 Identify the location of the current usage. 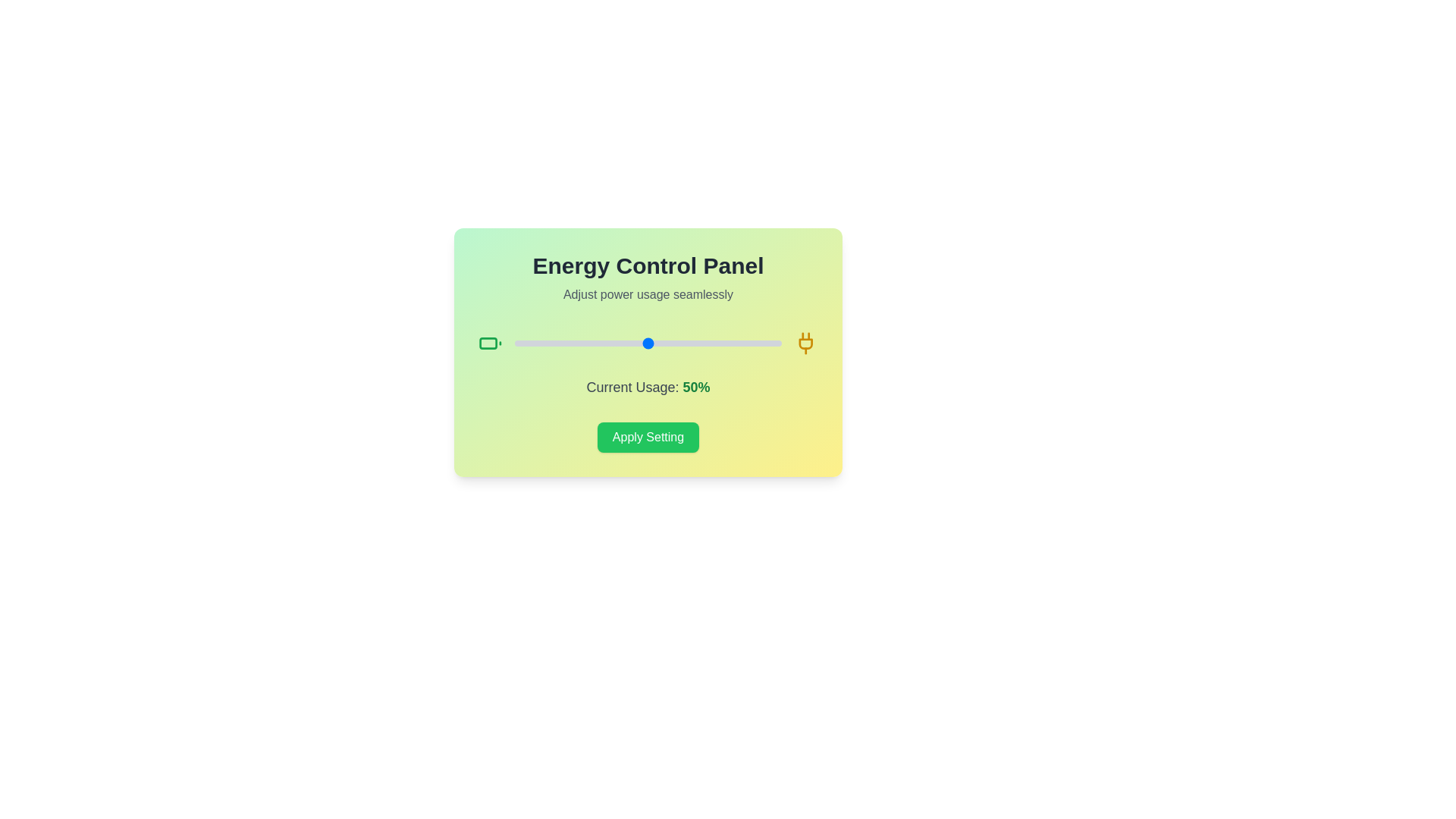
(580, 343).